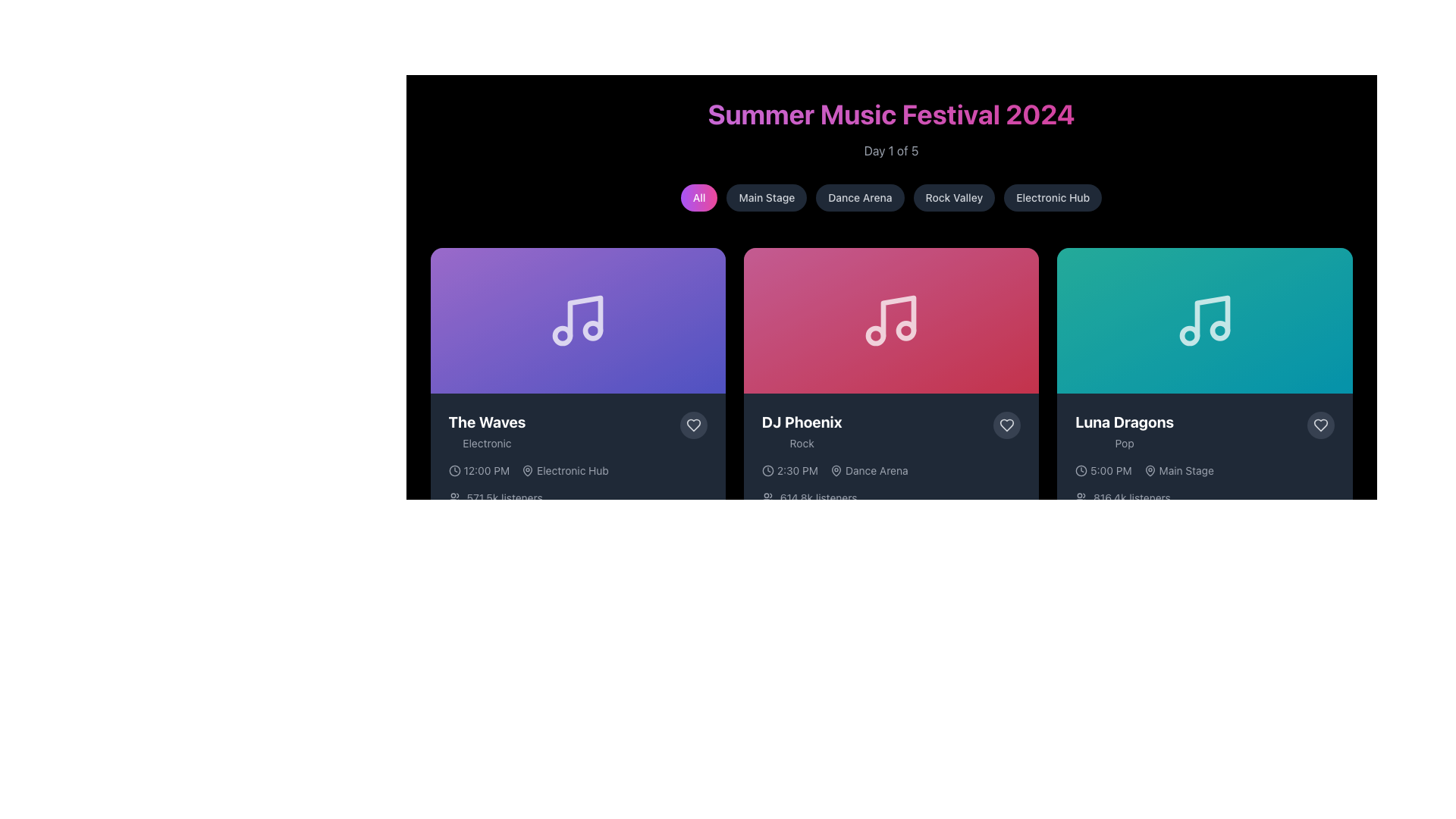 This screenshot has width=1456, height=819. Describe the element at coordinates (1203, 482) in the screenshot. I see `text displayed on the informational card component located in the rightmost card of event entries, which shows event information including artist, genre, performance time, stage location, and audience count` at that location.